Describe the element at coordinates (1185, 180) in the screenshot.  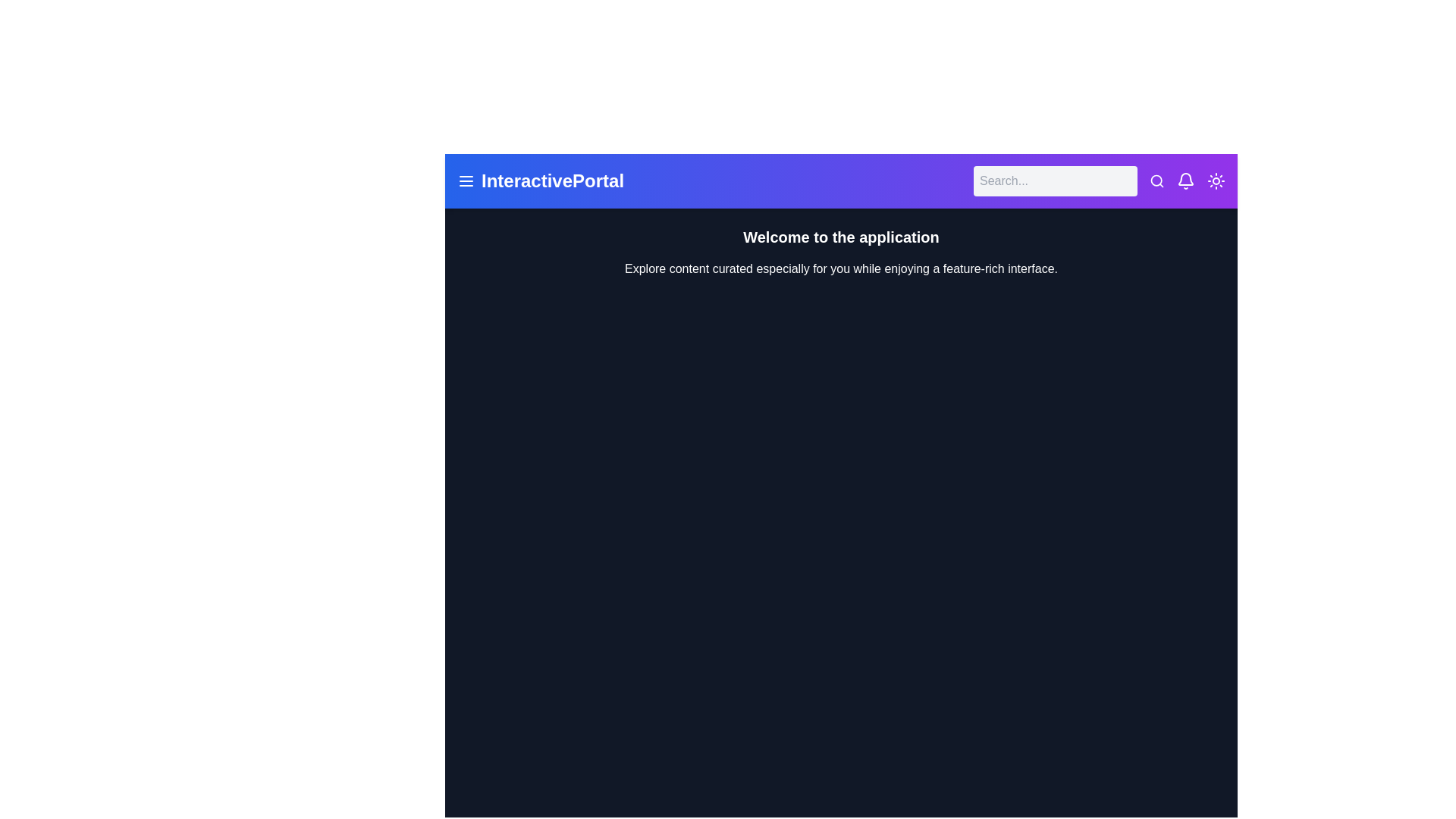
I see `the element with lucide-bell class` at that location.